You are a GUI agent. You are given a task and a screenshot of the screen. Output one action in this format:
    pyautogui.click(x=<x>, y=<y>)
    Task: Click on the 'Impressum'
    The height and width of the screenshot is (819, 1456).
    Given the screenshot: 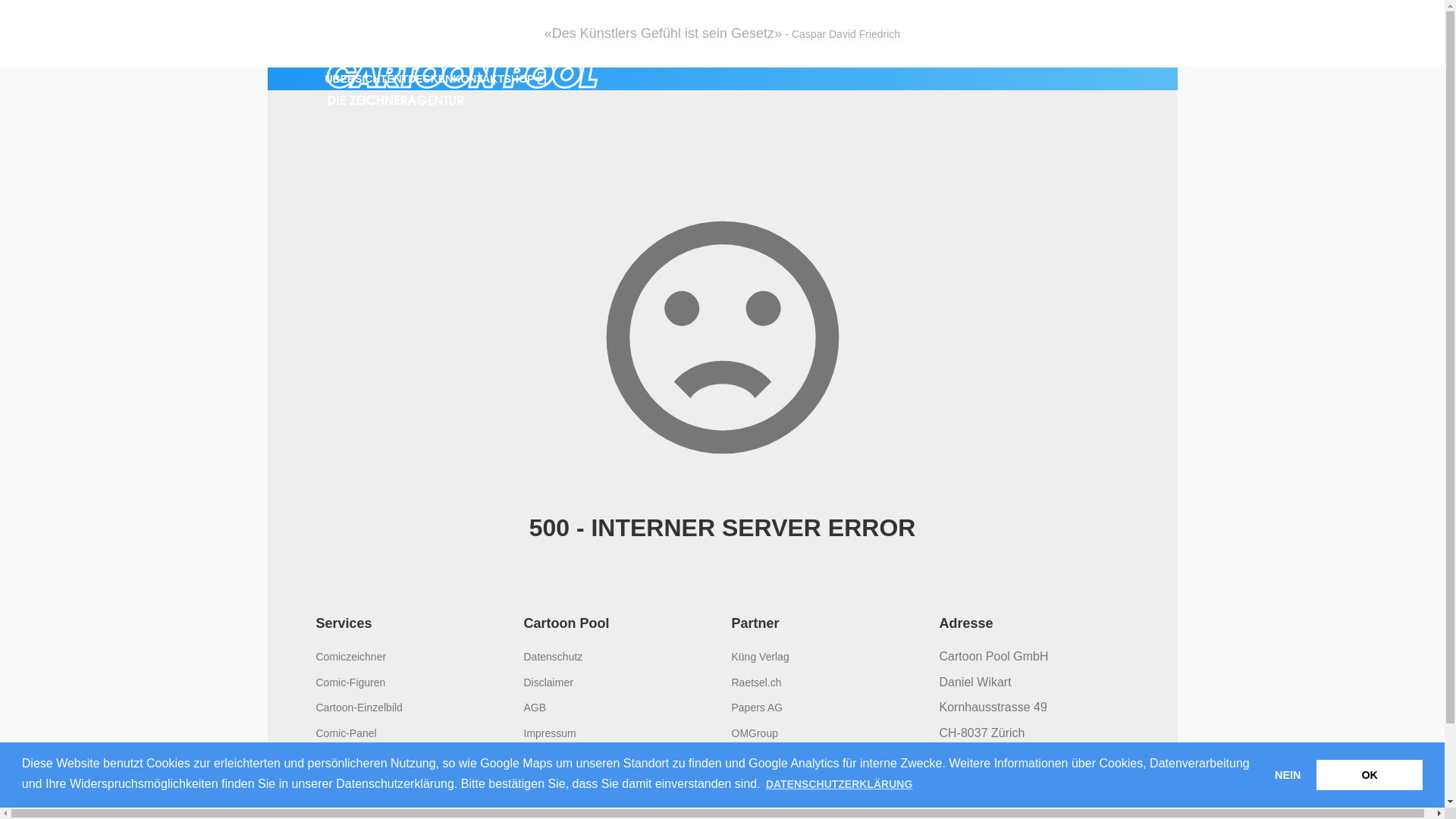 What is the action you would take?
    pyautogui.click(x=548, y=733)
    